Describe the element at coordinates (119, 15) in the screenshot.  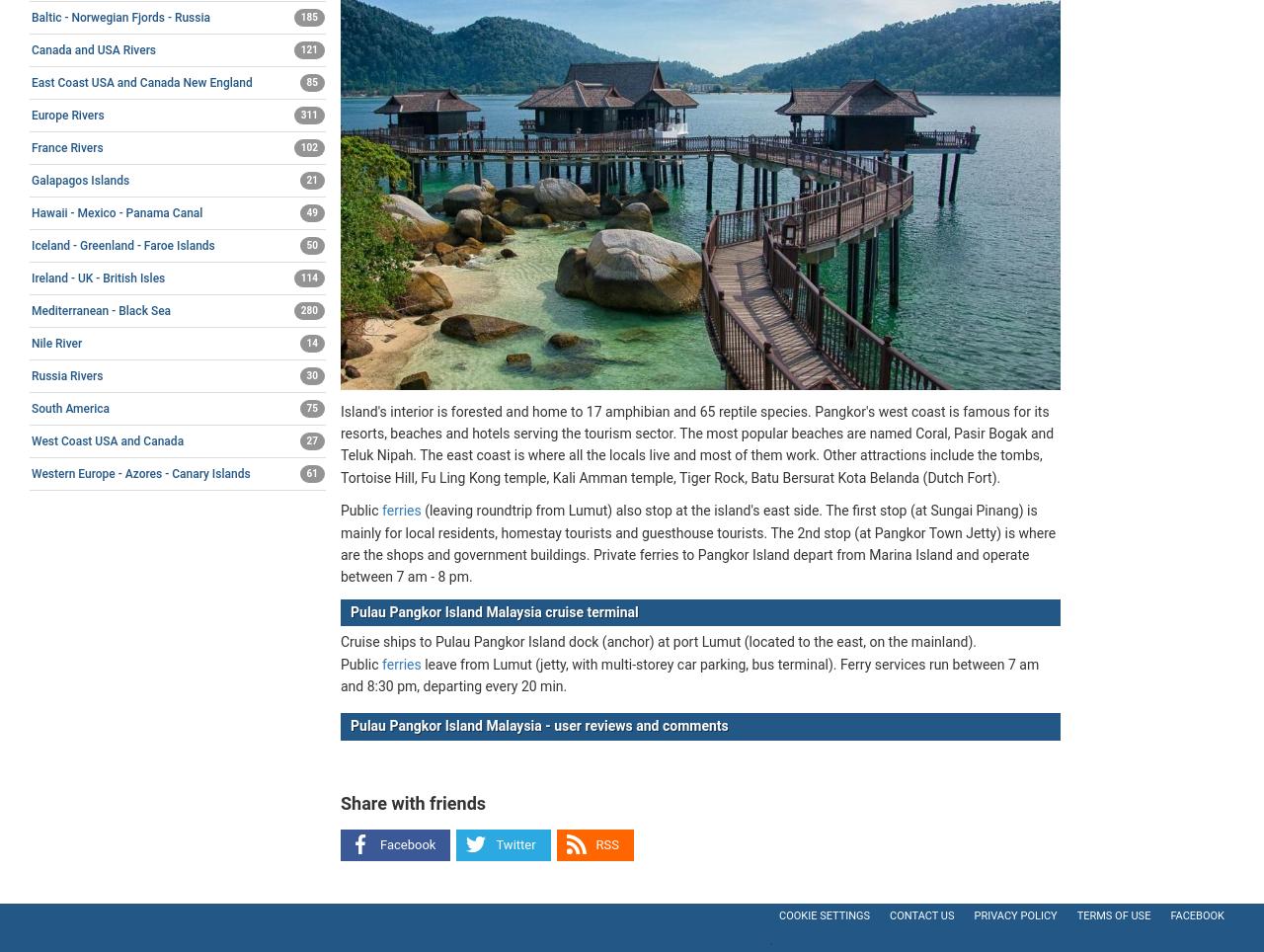
I see `'Baltic - Norwegian Fjords - Russia'` at that location.